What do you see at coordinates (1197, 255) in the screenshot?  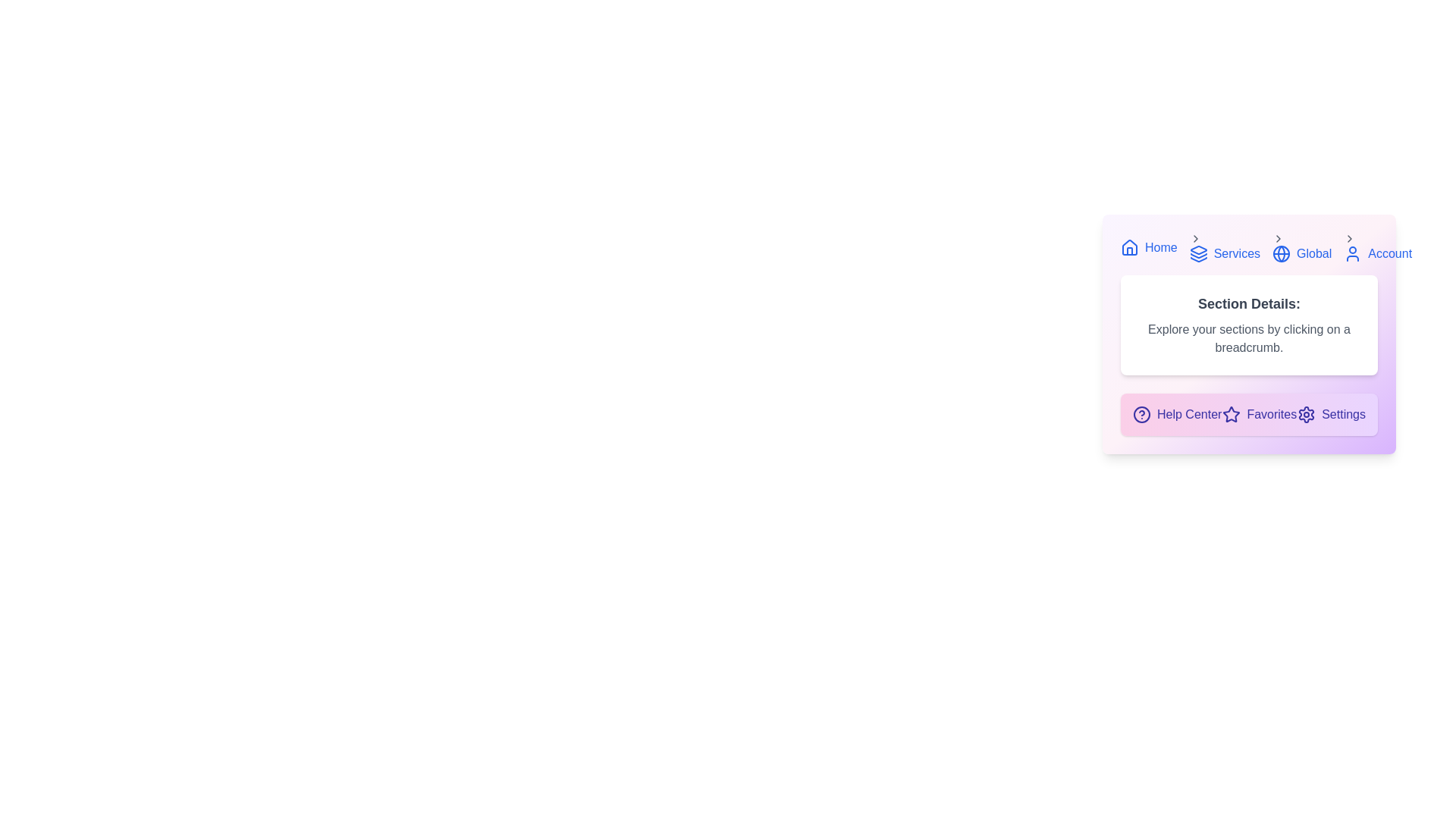 I see `the middle section of the three-layer triangular icon in the breadcrumb navigation bar` at bounding box center [1197, 255].